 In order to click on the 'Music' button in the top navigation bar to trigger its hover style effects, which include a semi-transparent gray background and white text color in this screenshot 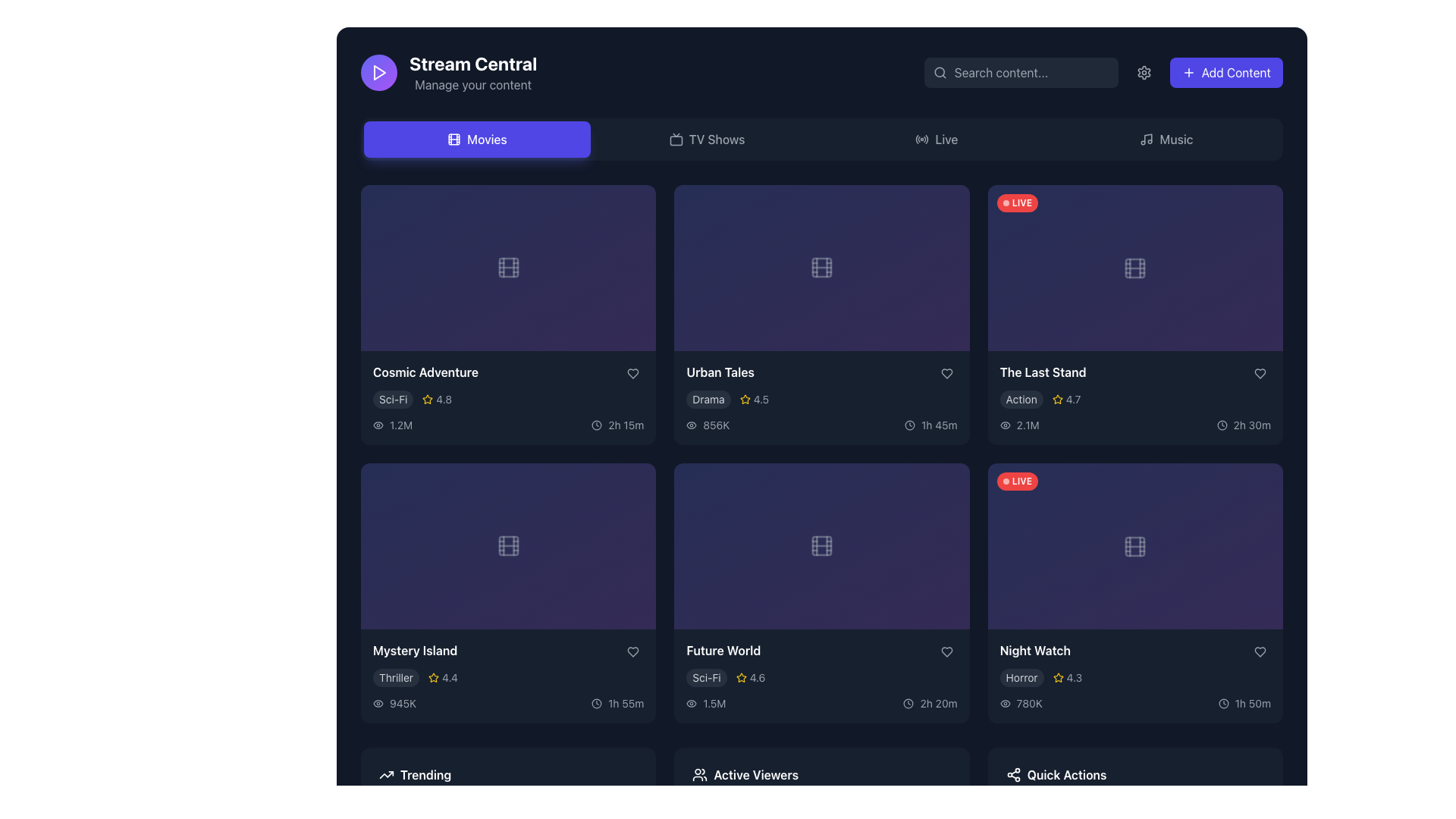, I will do `click(1166, 140)`.